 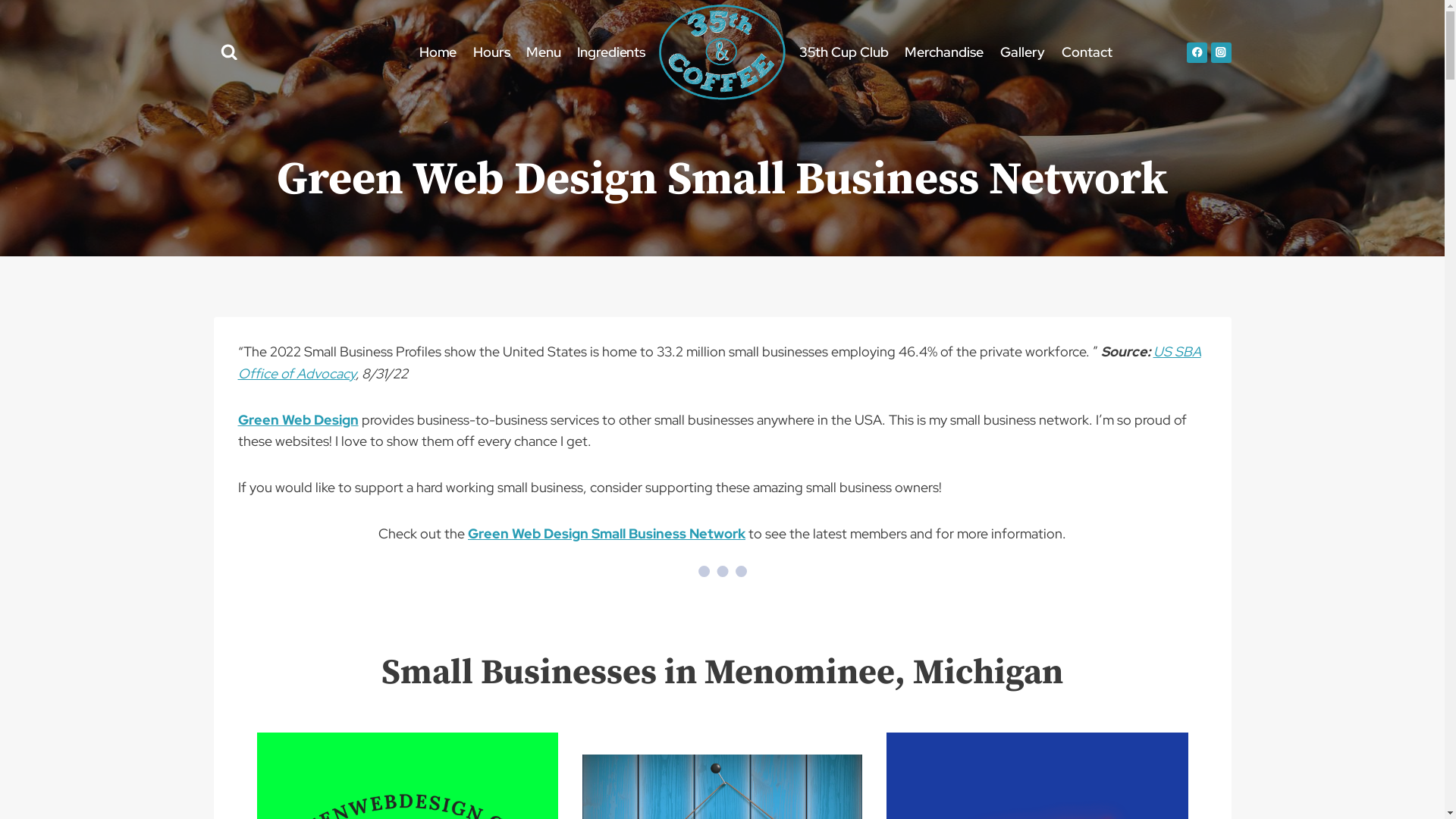 I want to click on 'Green Web Design', so click(x=237, y=419).